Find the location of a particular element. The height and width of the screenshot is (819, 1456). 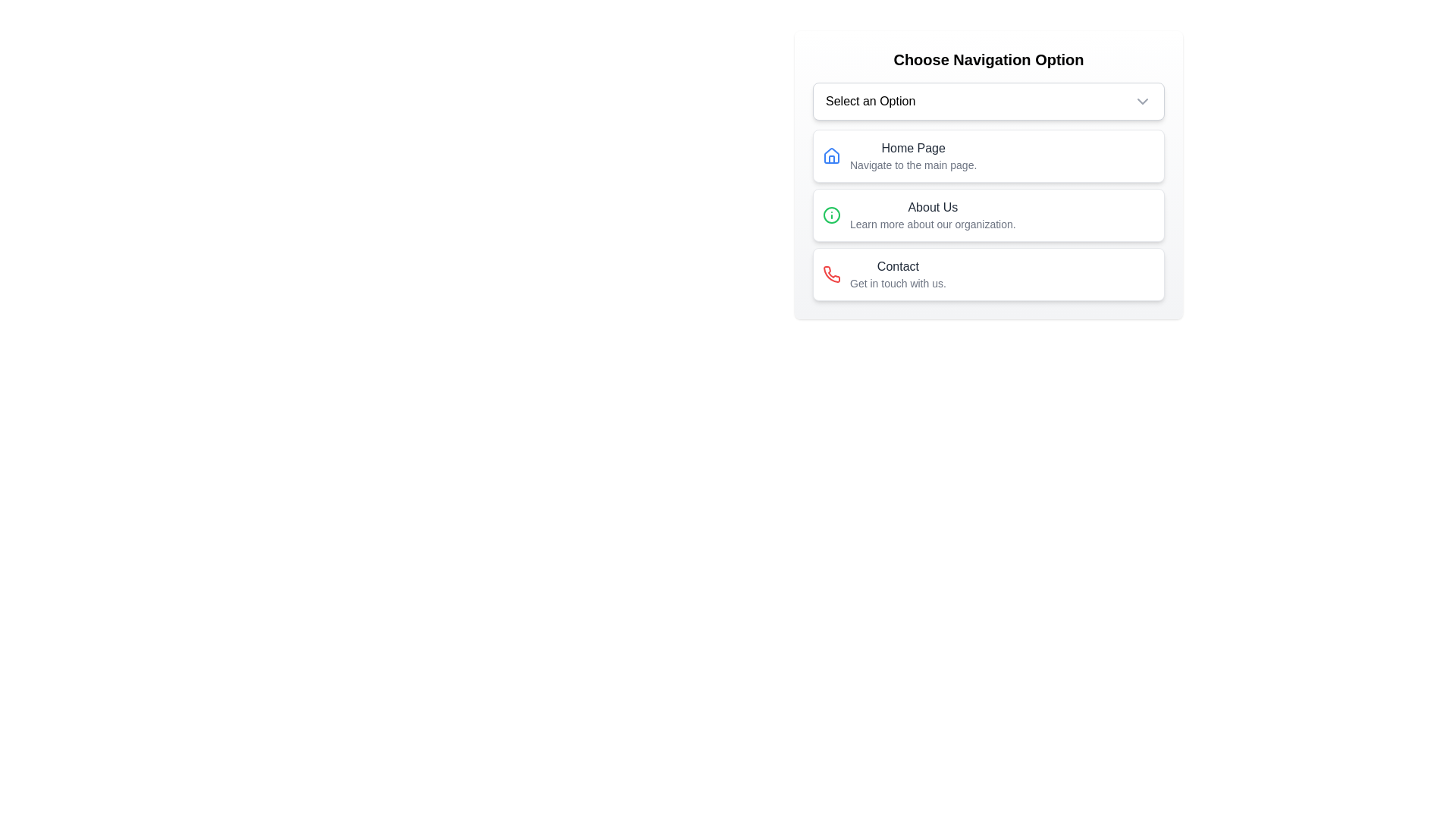

the 'About Us' text label located in the navigation options is located at coordinates (932, 215).